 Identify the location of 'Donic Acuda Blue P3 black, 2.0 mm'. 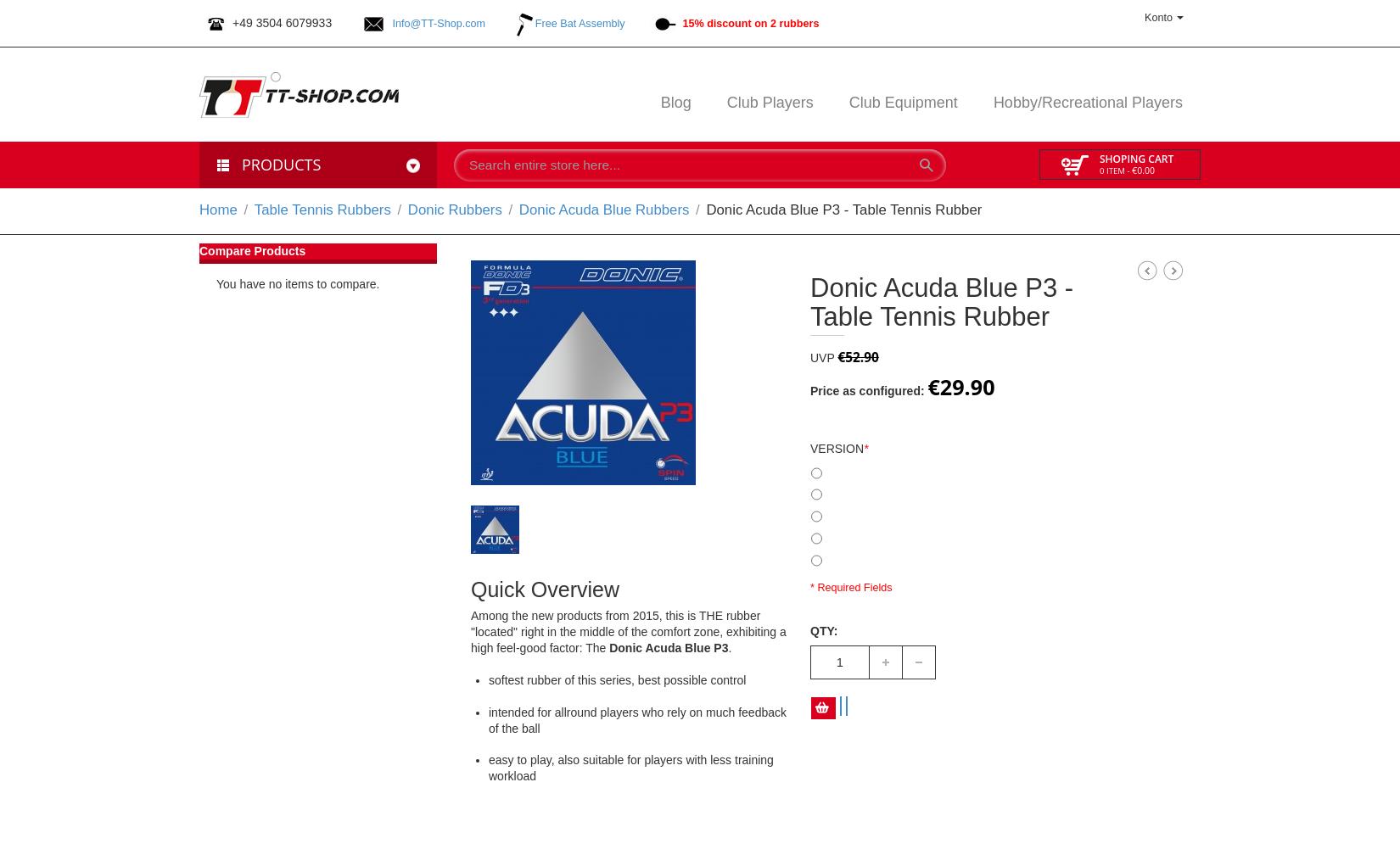
(905, 470).